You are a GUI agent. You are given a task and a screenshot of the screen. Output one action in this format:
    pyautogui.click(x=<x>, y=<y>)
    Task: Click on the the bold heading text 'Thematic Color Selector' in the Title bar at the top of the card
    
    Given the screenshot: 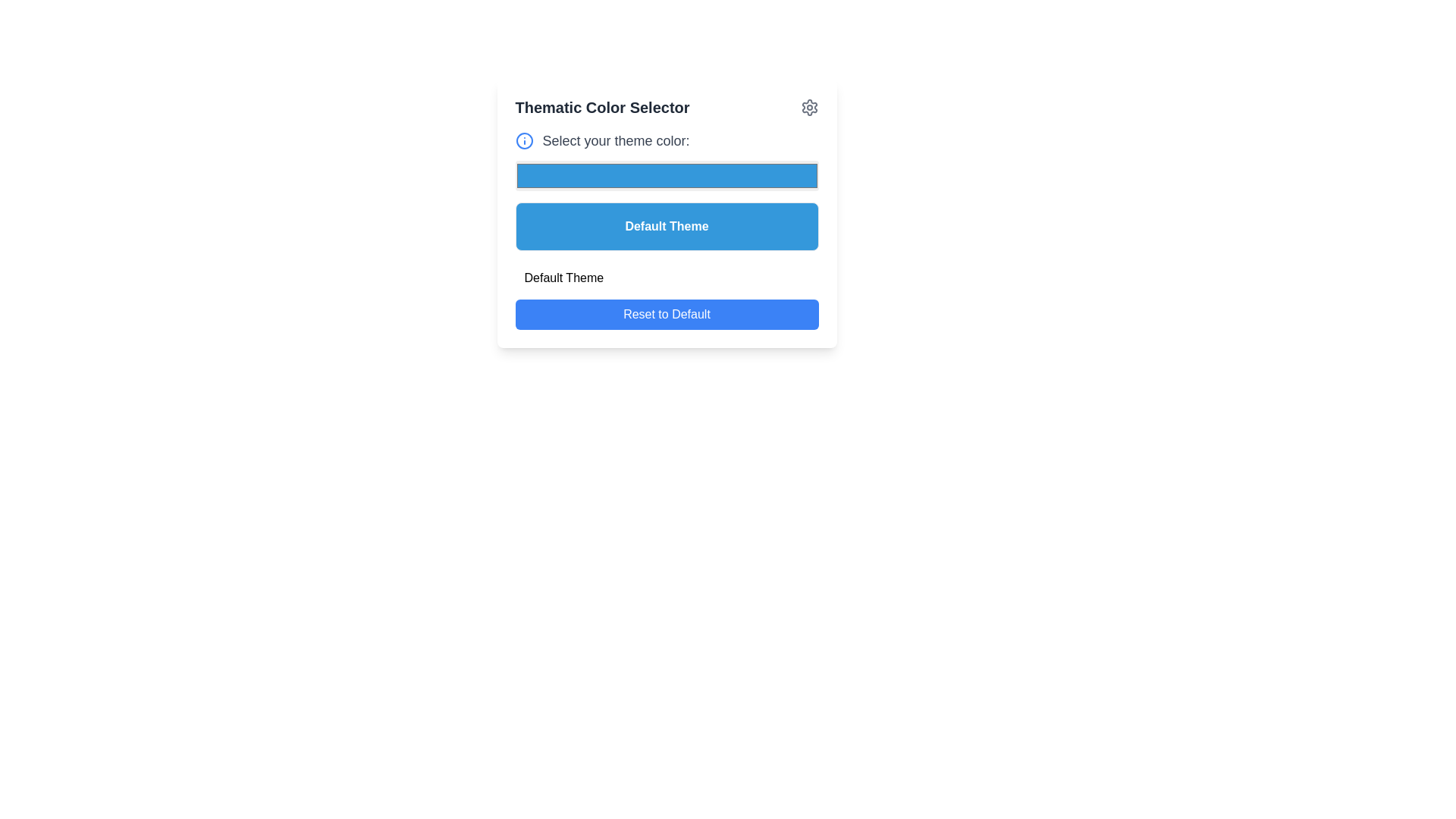 What is the action you would take?
    pyautogui.click(x=667, y=107)
    